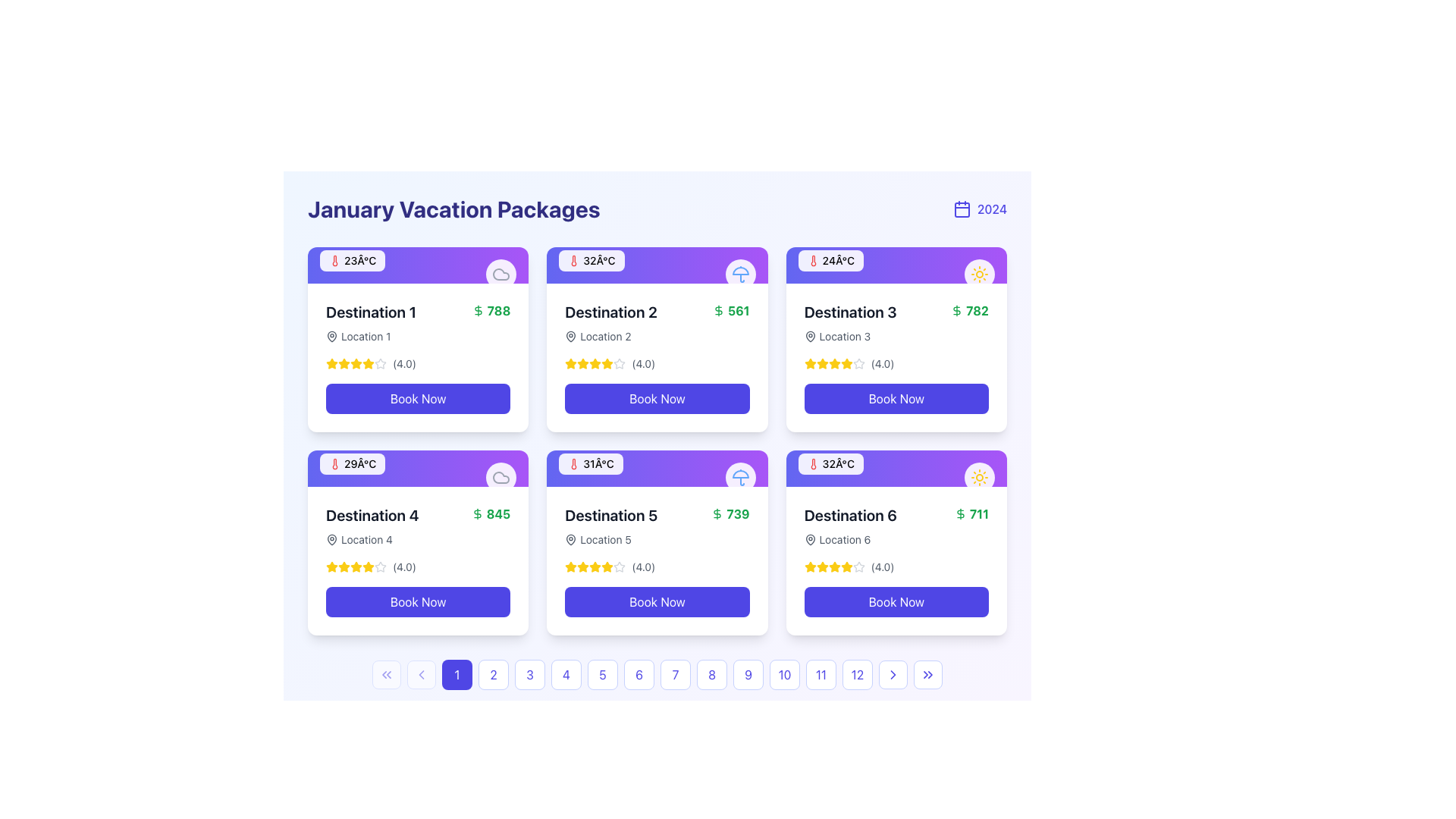 This screenshot has height=819, width=1456. Describe the element at coordinates (611, 526) in the screenshot. I see `the non-interactive Text element that provides information about a vacation destination, located in the bottom row, middle column of the grid layout` at that location.